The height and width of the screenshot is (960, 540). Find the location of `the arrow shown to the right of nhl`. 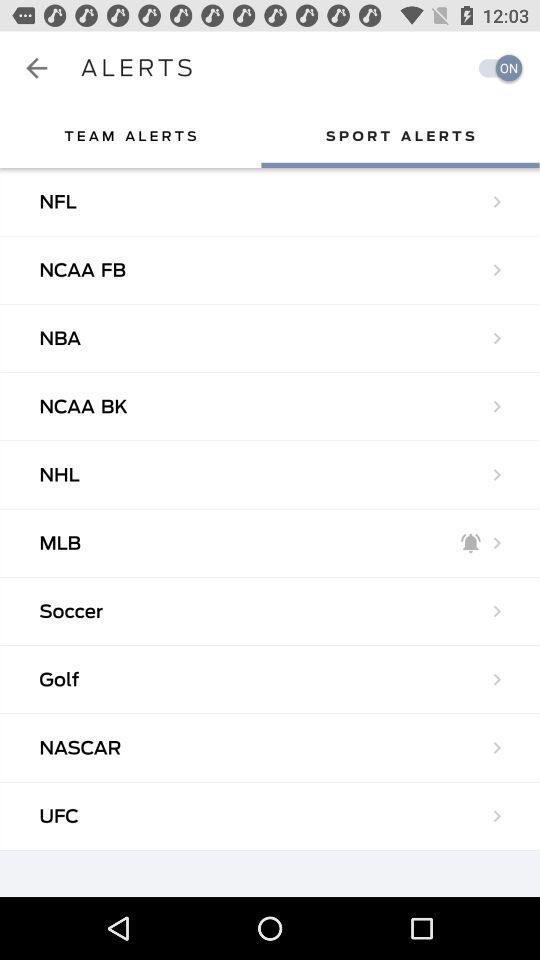

the arrow shown to the right of nhl is located at coordinates (496, 475).